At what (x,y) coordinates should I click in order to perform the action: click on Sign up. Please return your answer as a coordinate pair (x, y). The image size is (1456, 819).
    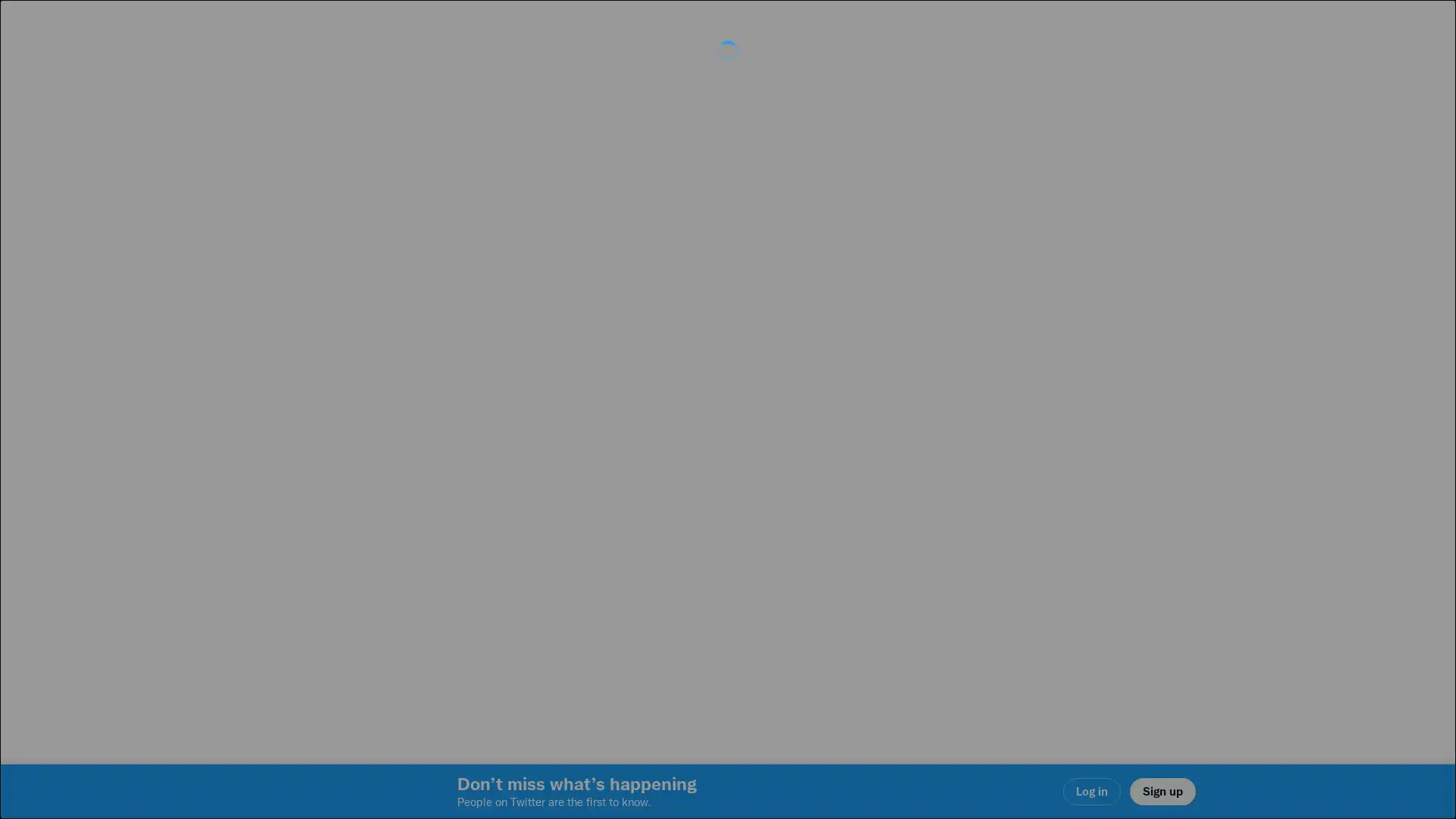
    Looking at the image, I should click on (548, 516).